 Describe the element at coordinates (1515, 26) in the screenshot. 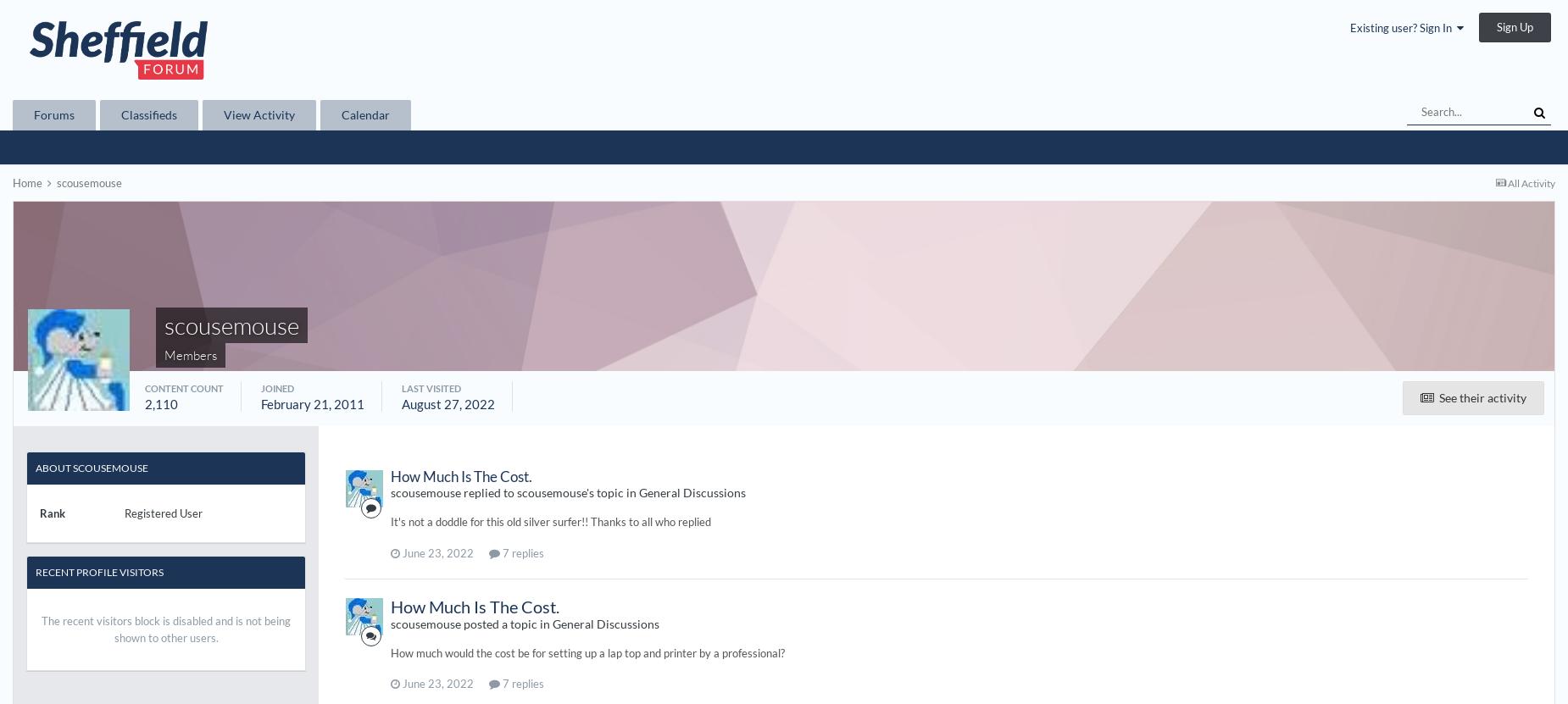

I see `'Sign Up'` at that location.